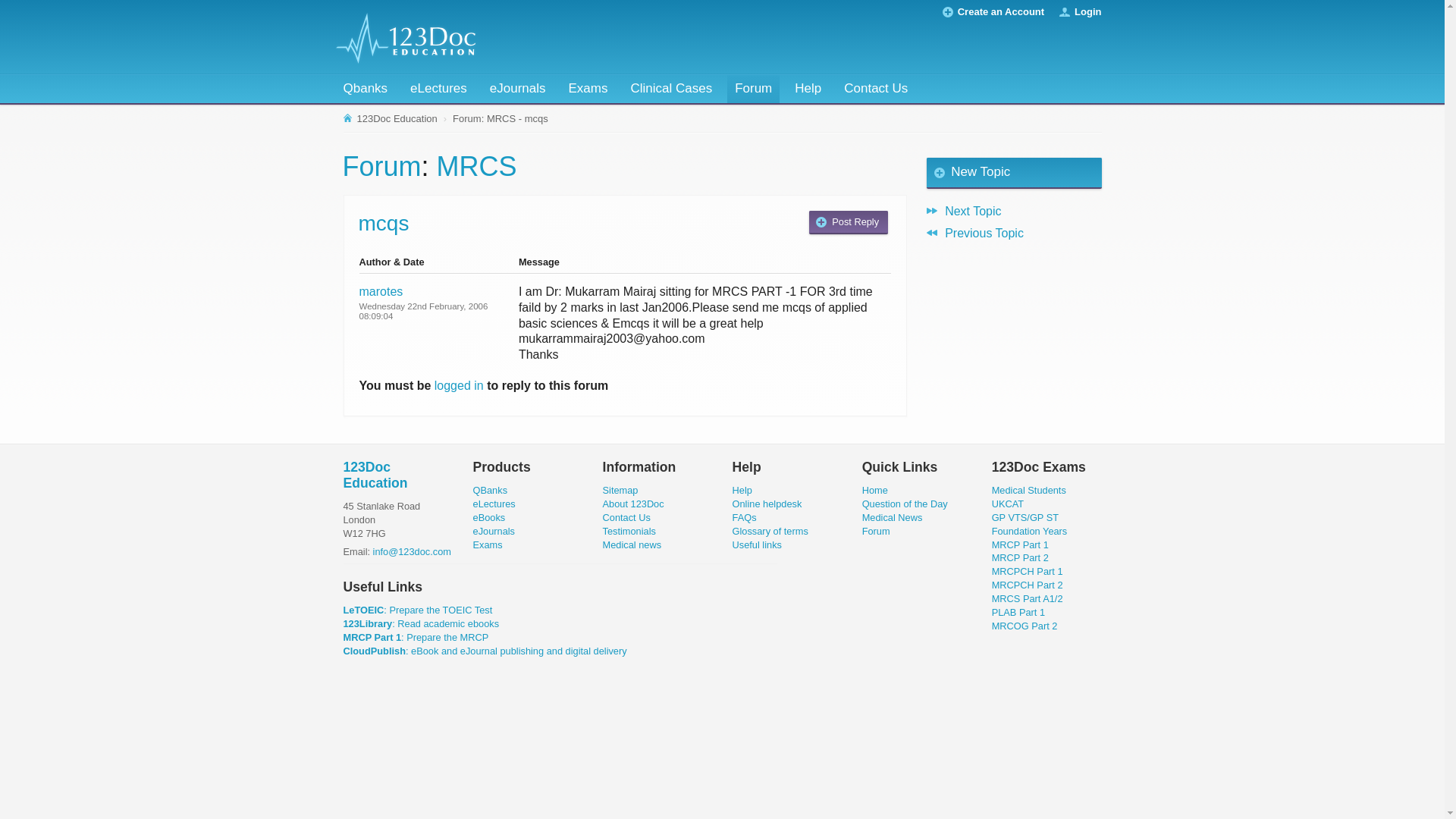 The width and height of the screenshot is (1456, 819). What do you see at coordinates (449, 118) in the screenshot?
I see `'Forum: MRCS - mcqs'` at bounding box center [449, 118].